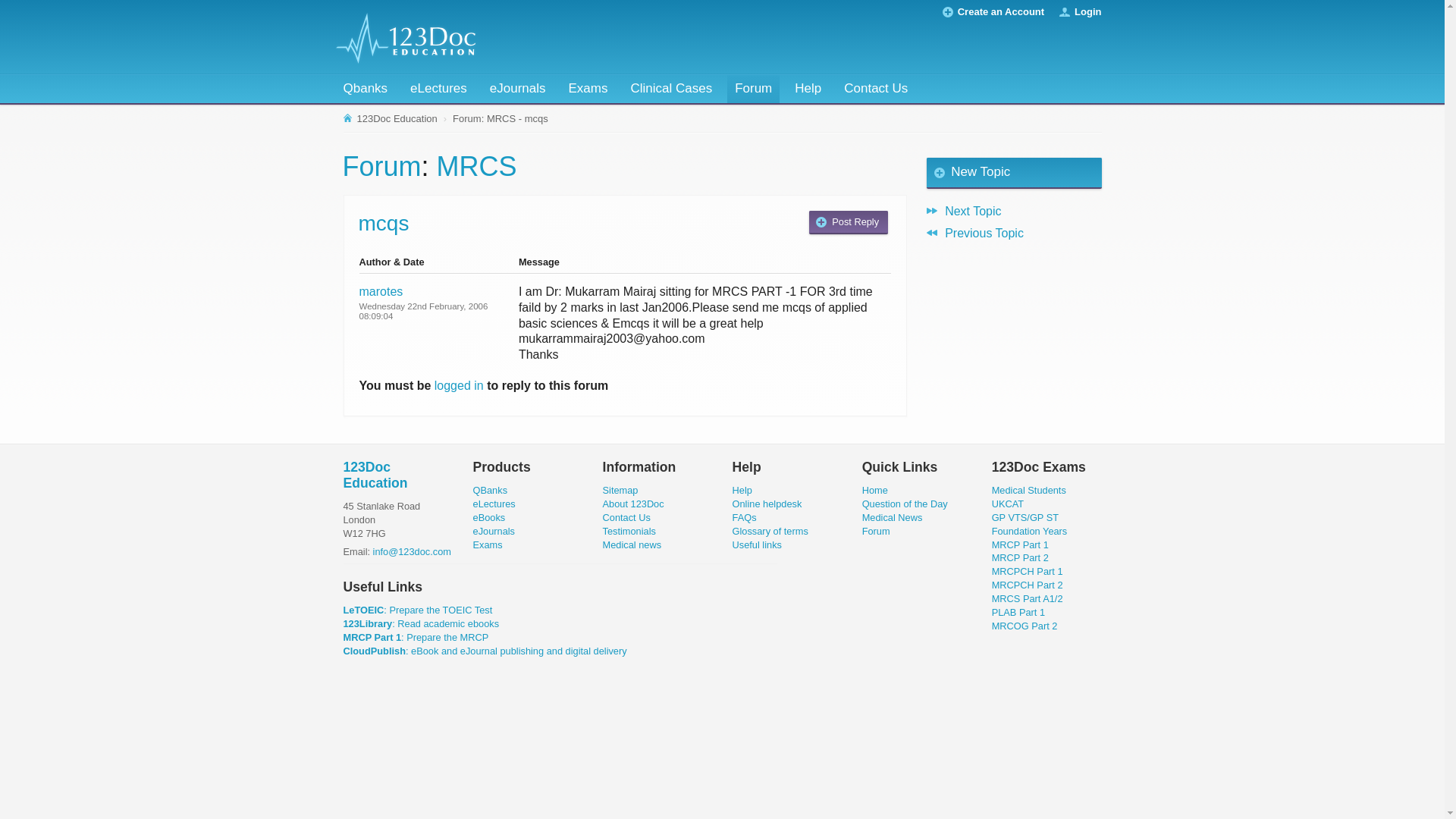 The width and height of the screenshot is (1456, 819). What do you see at coordinates (449, 118) in the screenshot?
I see `'Forum: MRCS - mcqs'` at bounding box center [449, 118].